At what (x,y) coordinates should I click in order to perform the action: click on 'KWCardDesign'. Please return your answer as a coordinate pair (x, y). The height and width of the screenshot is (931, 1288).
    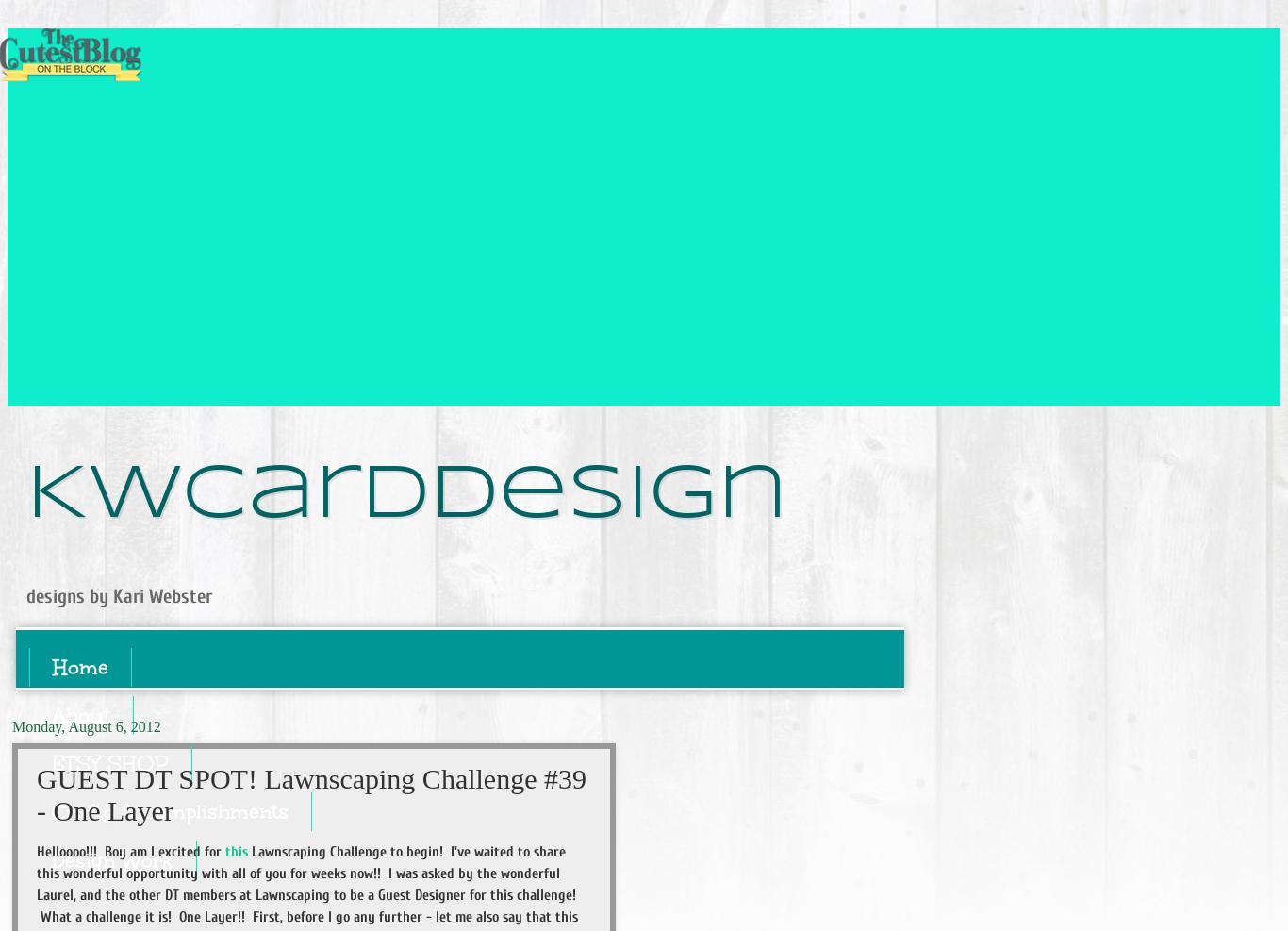
    Looking at the image, I should click on (406, 494).